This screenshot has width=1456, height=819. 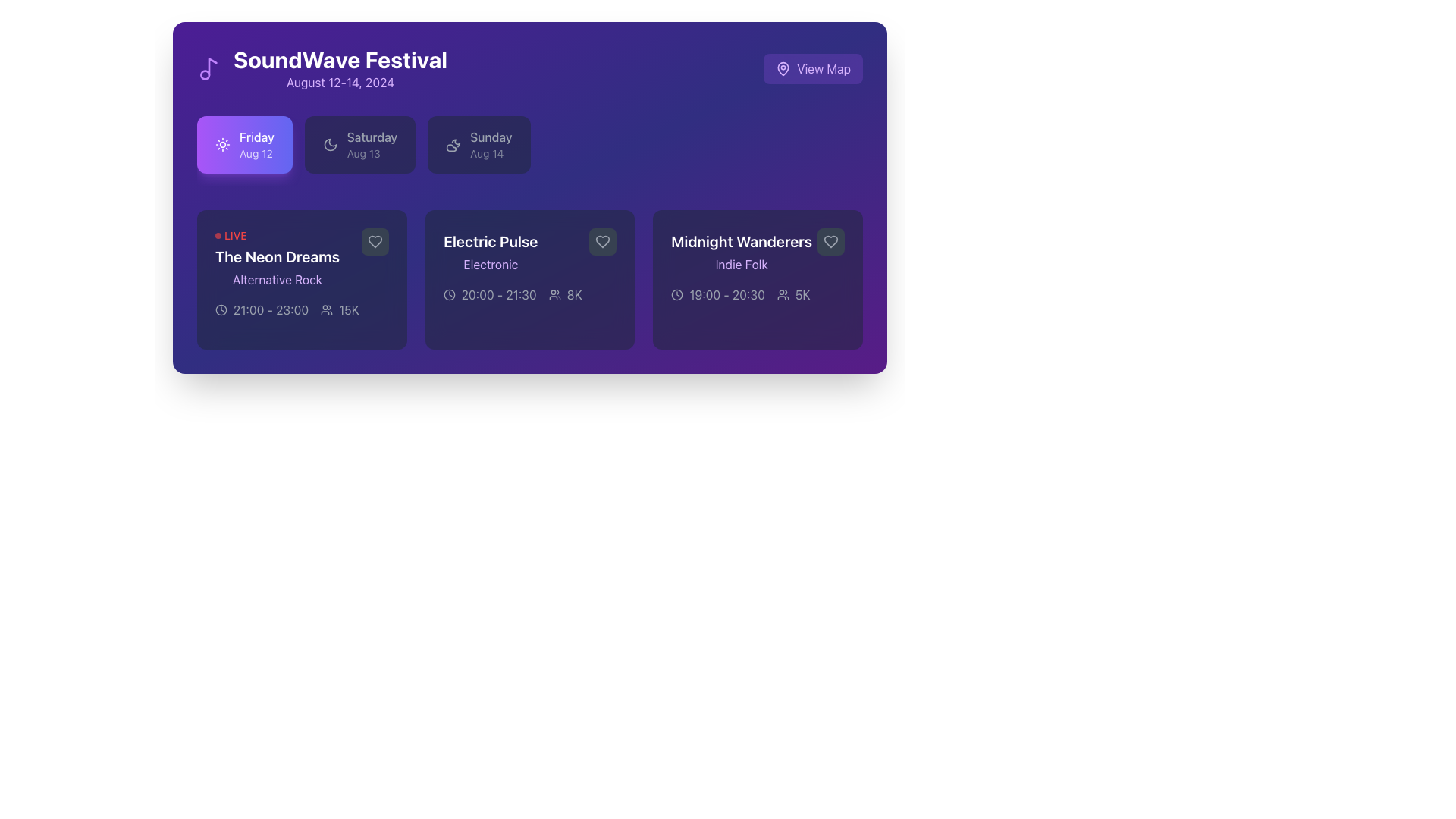 I want to click on displayed text '5K' from the text label indicating the number of attendees for the event 'Midnight Wanderers', located within the event card that is third in the row, so click(x=802, y=295).